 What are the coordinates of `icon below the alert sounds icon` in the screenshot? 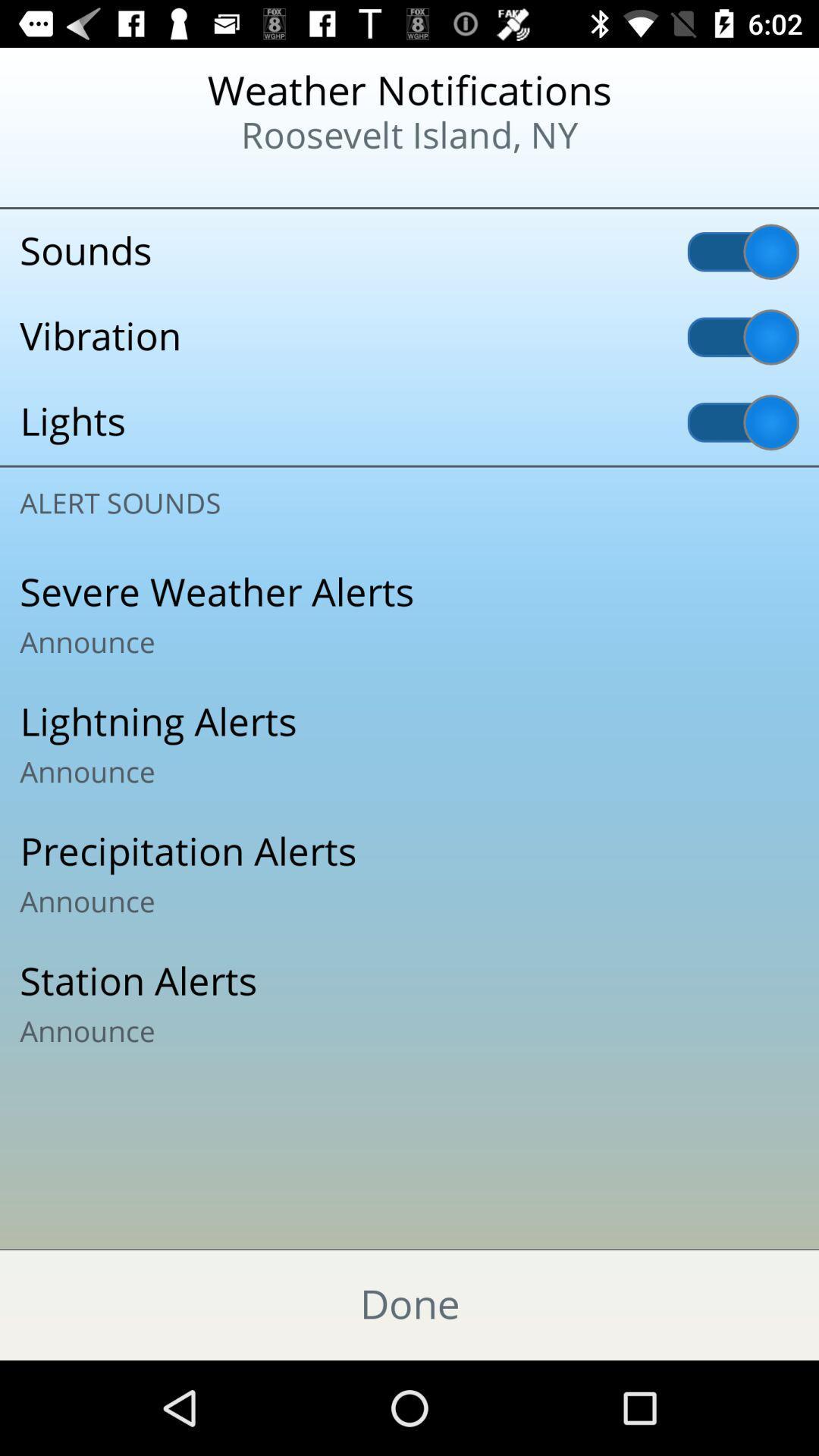 It's located at (409, 615).